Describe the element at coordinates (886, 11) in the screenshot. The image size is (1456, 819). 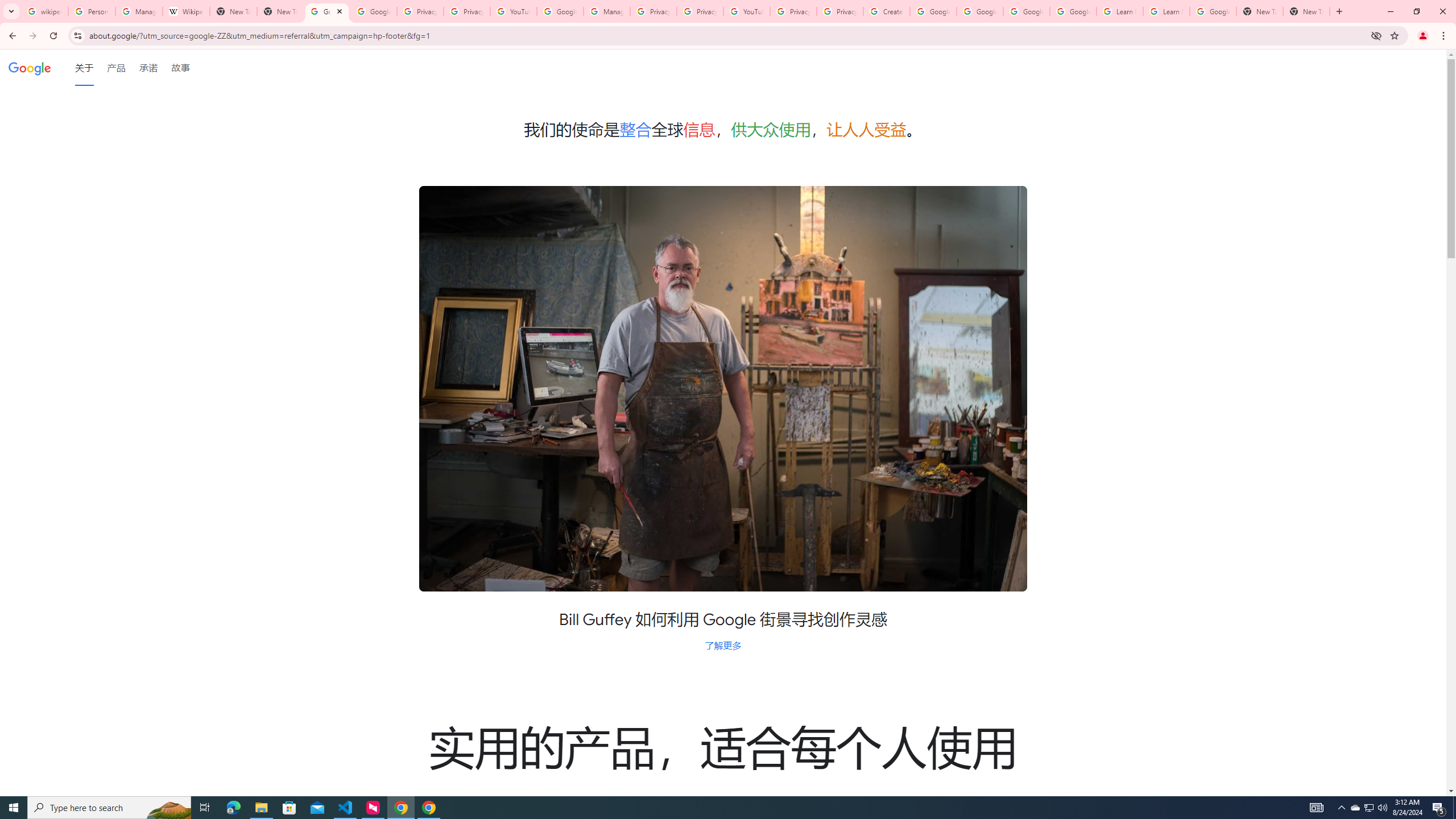
I see `'Create your Google Account'` at that location.